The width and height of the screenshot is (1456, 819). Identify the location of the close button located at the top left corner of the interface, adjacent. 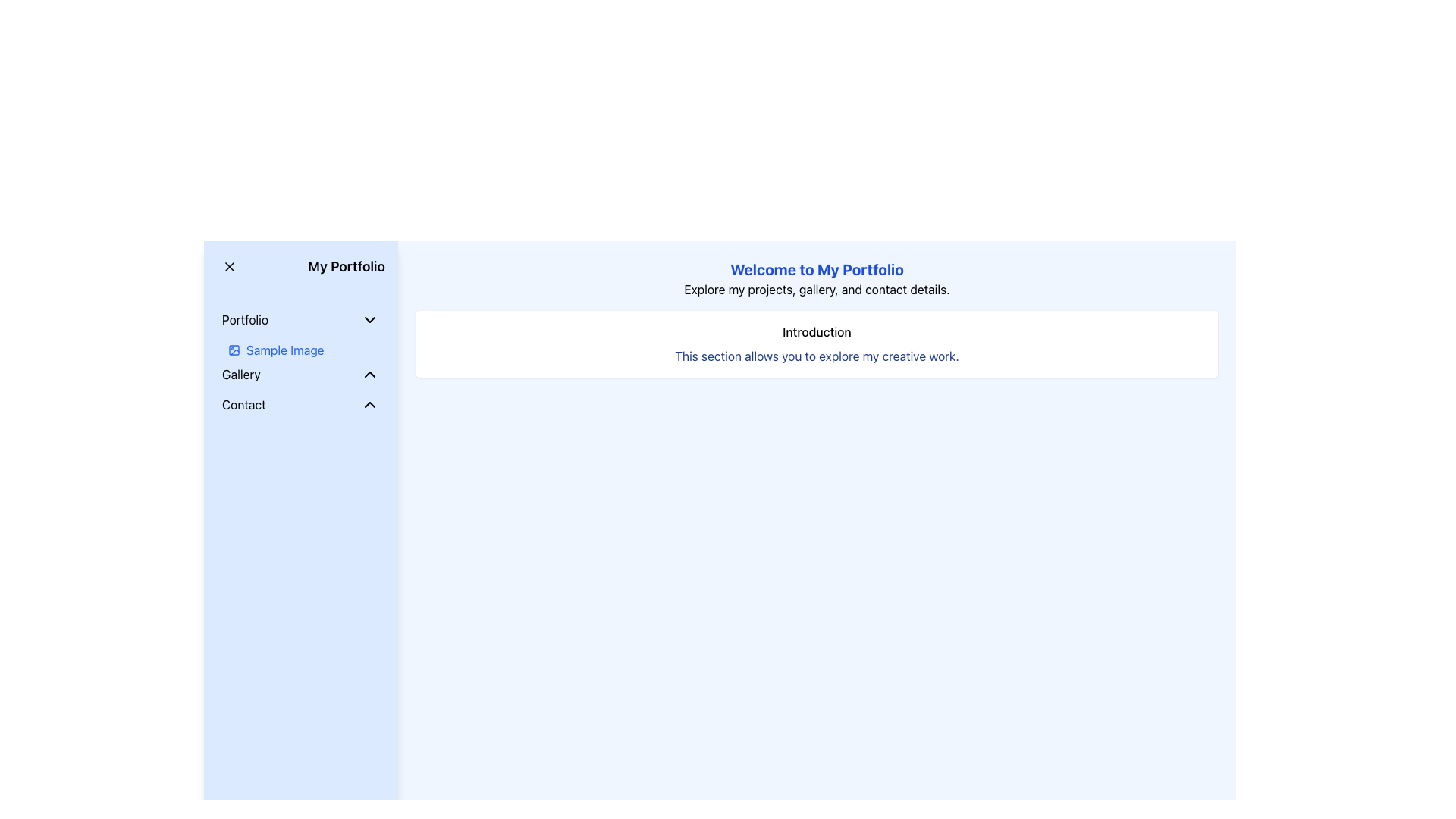
(228, 265).